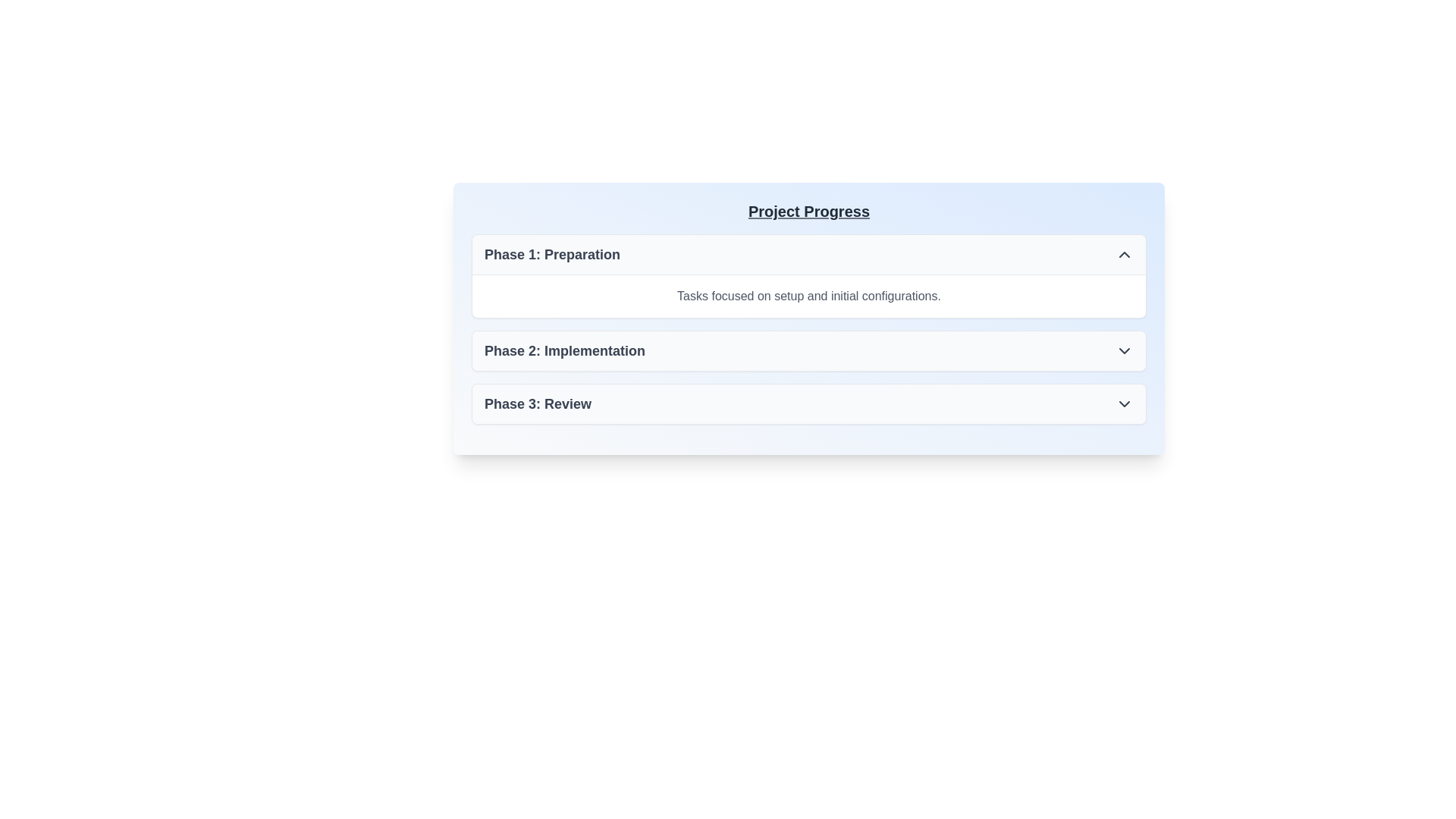 The image size is (1456, 819). I want to click on text of the header element displaying 'Phase 2: Implementation', which is centrally positioned in the second section of 'Project Progress', so click(563, 350).